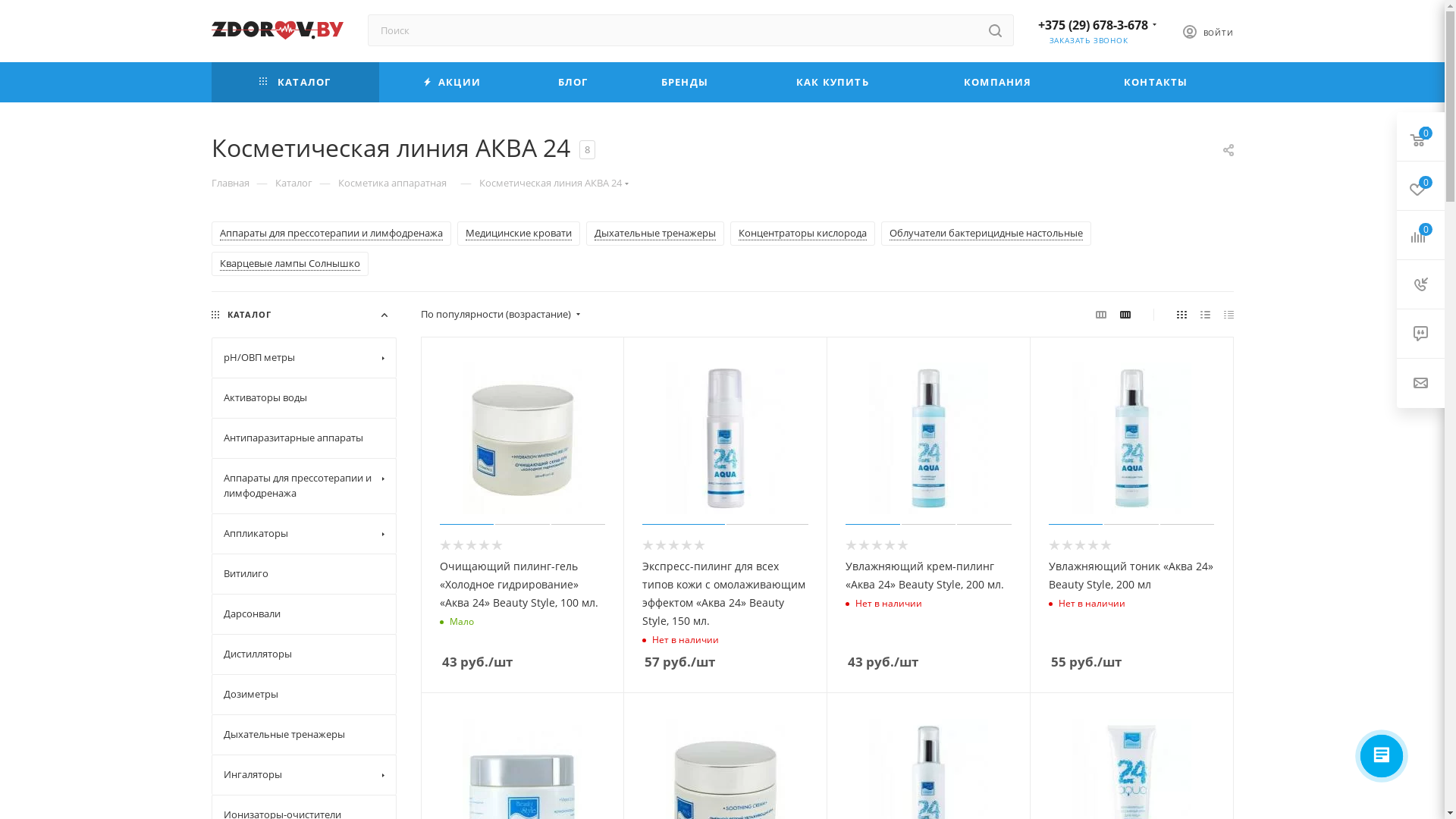  I want to click on 'zdorov.by', so click(276, 30).